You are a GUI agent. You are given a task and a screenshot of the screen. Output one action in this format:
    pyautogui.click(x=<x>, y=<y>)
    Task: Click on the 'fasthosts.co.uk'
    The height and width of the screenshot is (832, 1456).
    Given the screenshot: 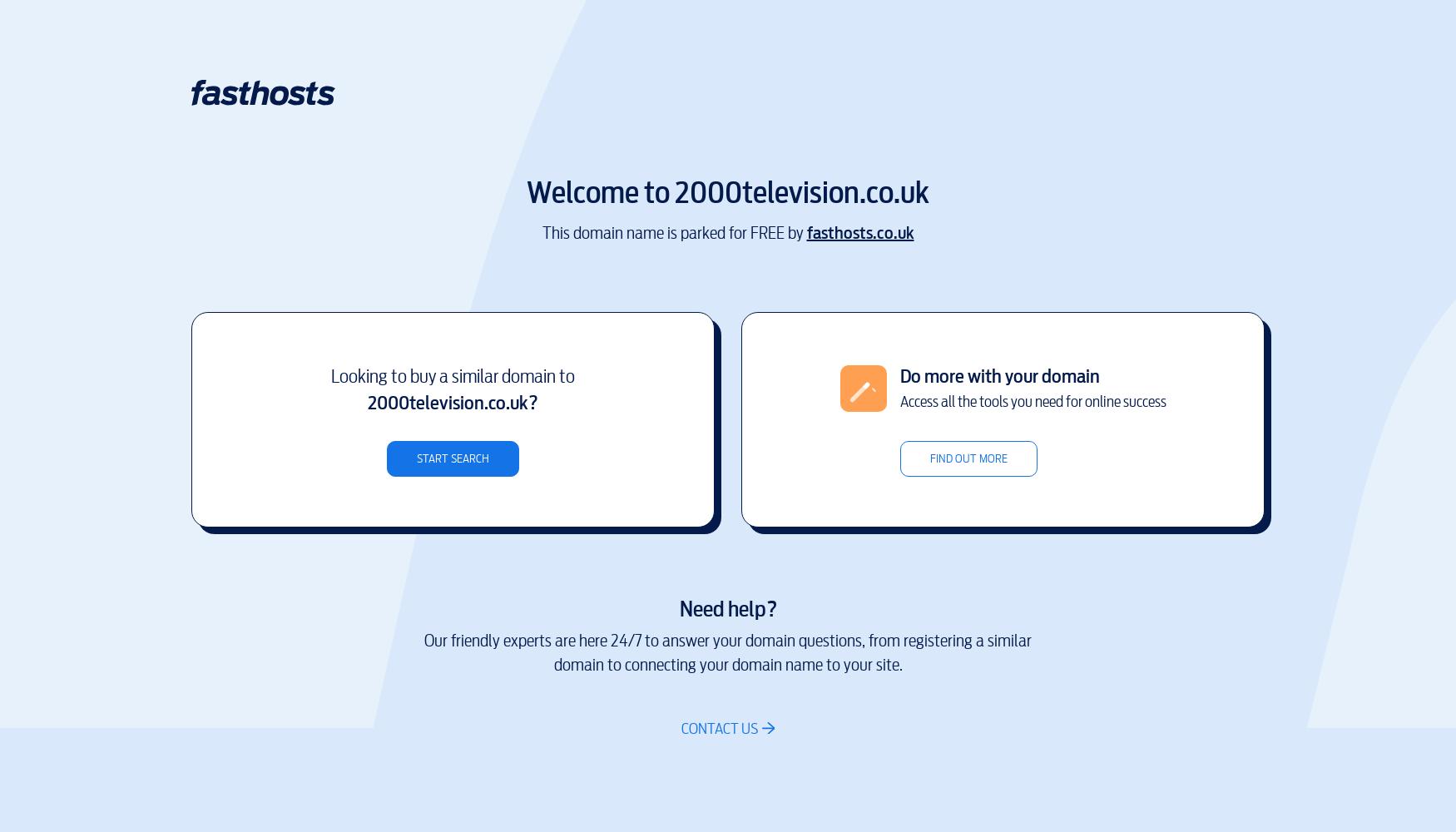 What is the action you would take?
    pyautogui.click(x=859, y=232)
    